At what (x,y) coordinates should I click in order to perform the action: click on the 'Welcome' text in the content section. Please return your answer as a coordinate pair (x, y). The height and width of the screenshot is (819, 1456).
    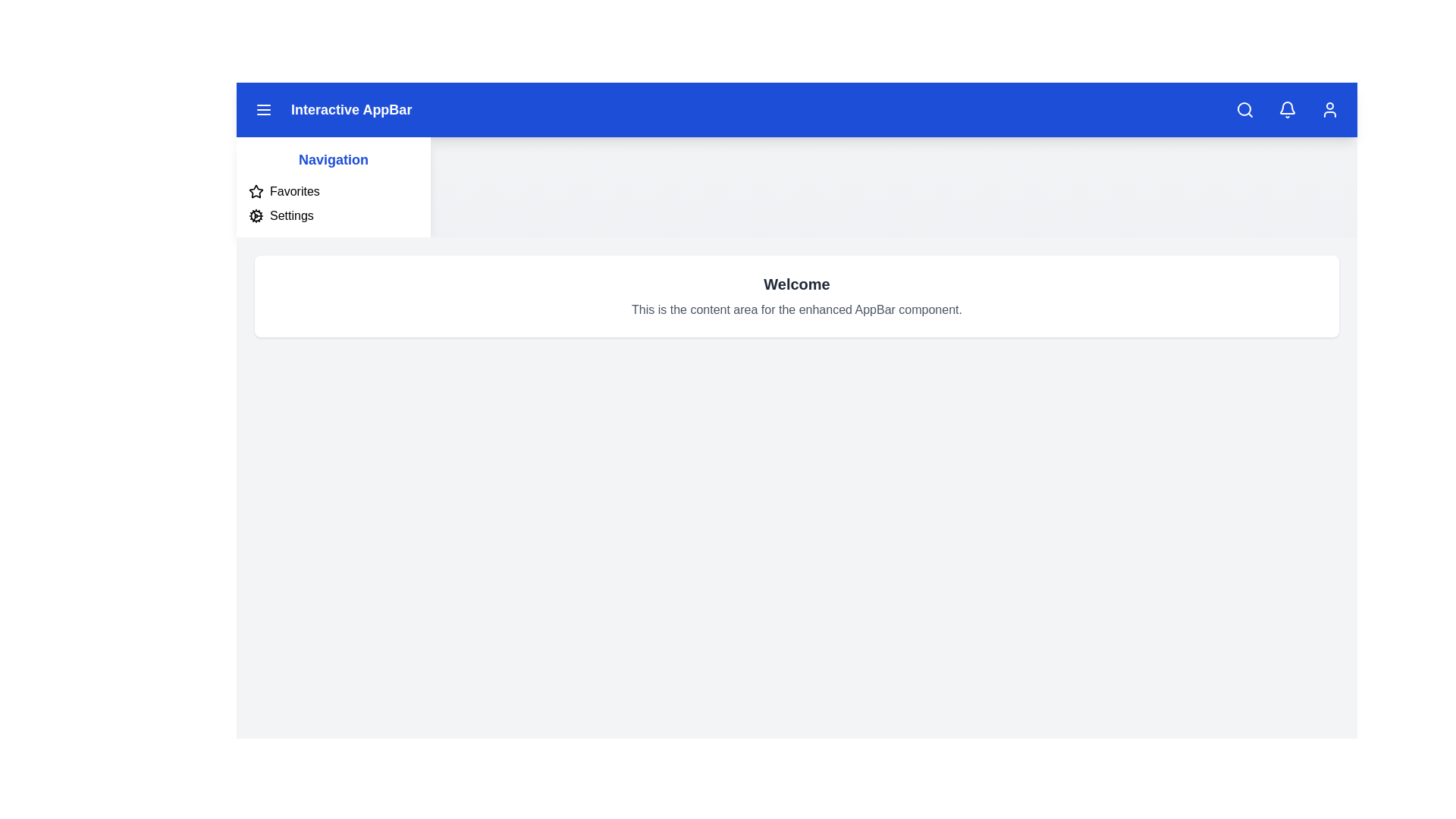
    Looking at the image, I should click on (796, 284).